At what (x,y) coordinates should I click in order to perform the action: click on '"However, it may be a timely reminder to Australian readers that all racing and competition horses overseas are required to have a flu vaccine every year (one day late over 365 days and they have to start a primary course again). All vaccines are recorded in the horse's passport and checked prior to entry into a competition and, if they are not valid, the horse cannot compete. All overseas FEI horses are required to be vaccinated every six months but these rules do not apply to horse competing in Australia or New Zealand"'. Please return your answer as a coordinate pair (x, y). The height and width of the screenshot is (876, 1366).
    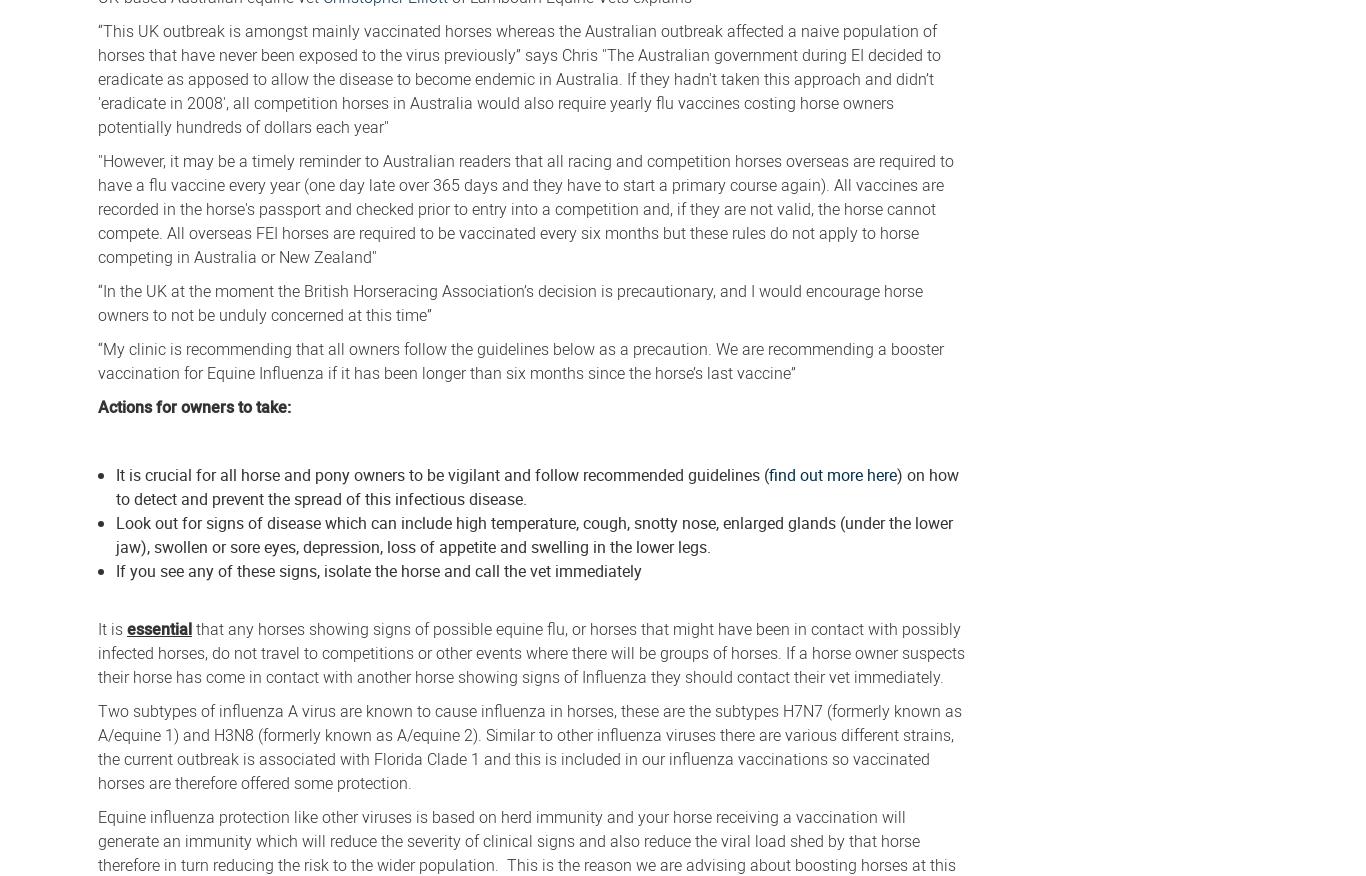
    Looking at the image, I should click on (97, 207).